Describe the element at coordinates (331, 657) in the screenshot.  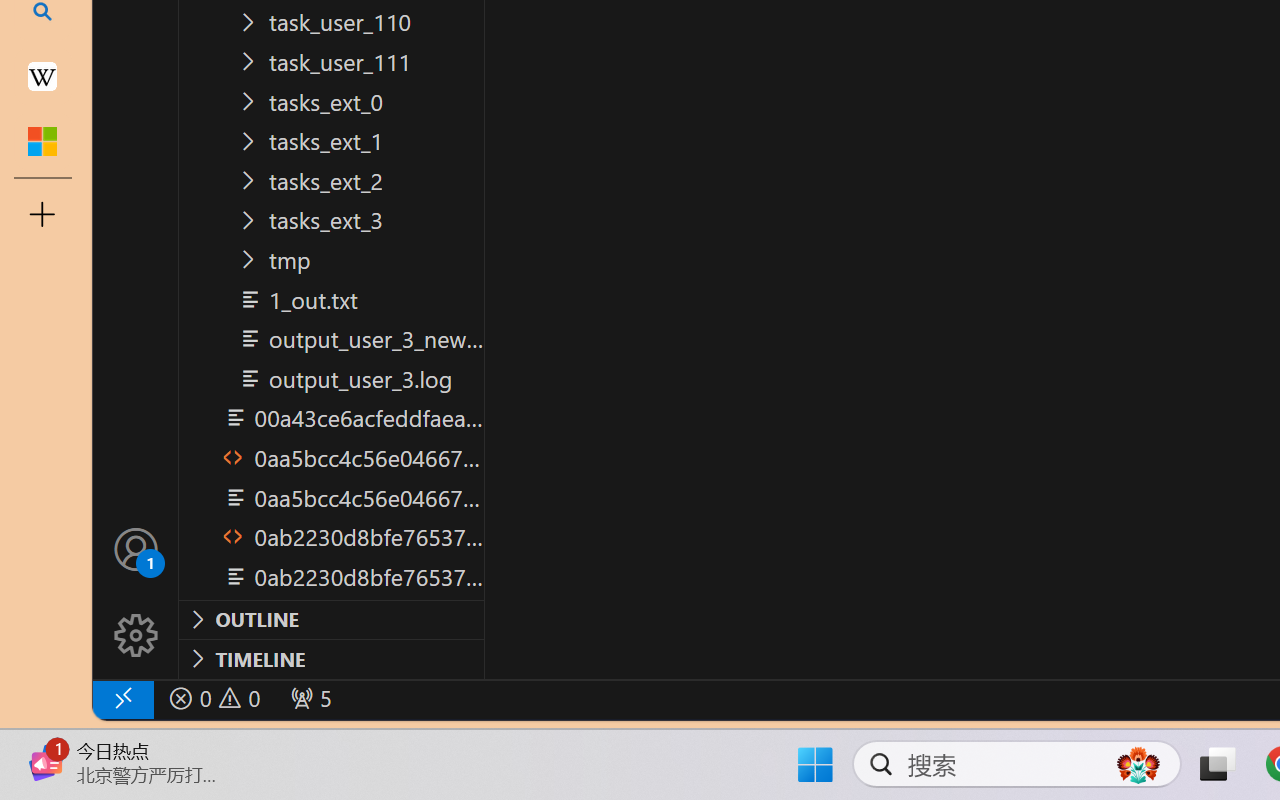
I see `'Timeline Section'` at that location.